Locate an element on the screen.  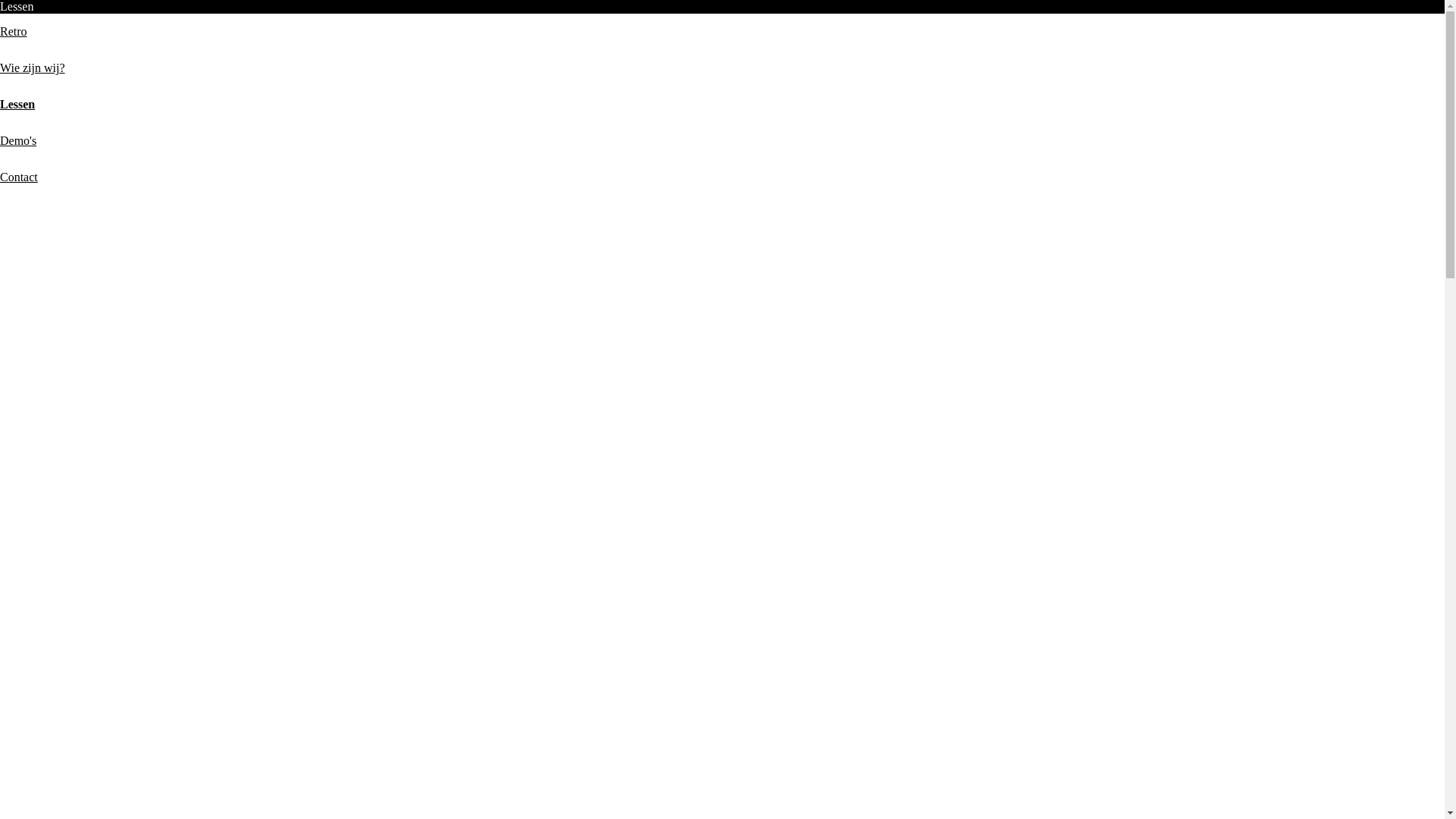
'Contact' is located at coordinates (18, 176).